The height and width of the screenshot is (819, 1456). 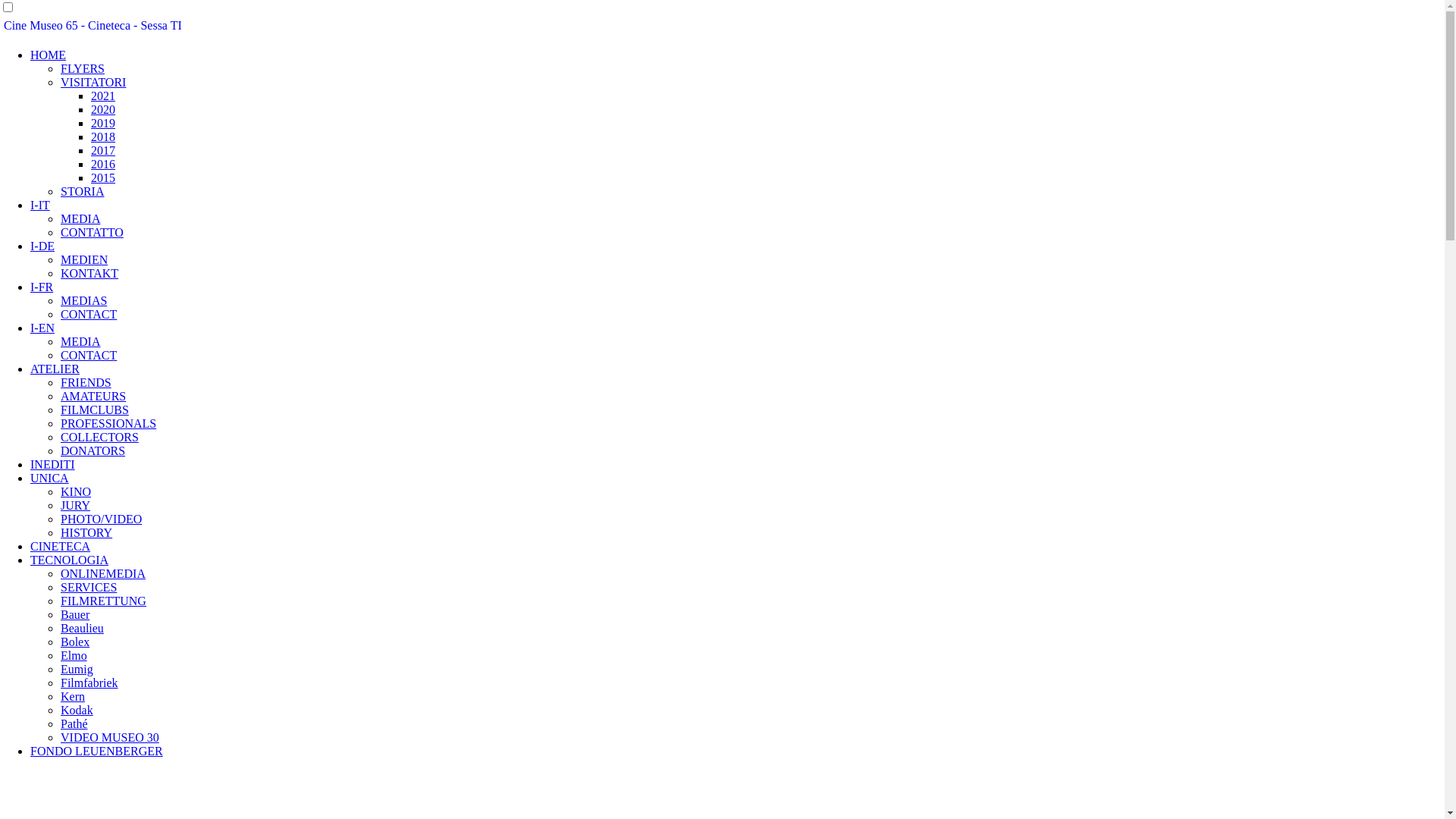 What do you see at coordinates (55, 369) in the screenshot?
I see `'ATELIER'` at bounding box center [55, 369].